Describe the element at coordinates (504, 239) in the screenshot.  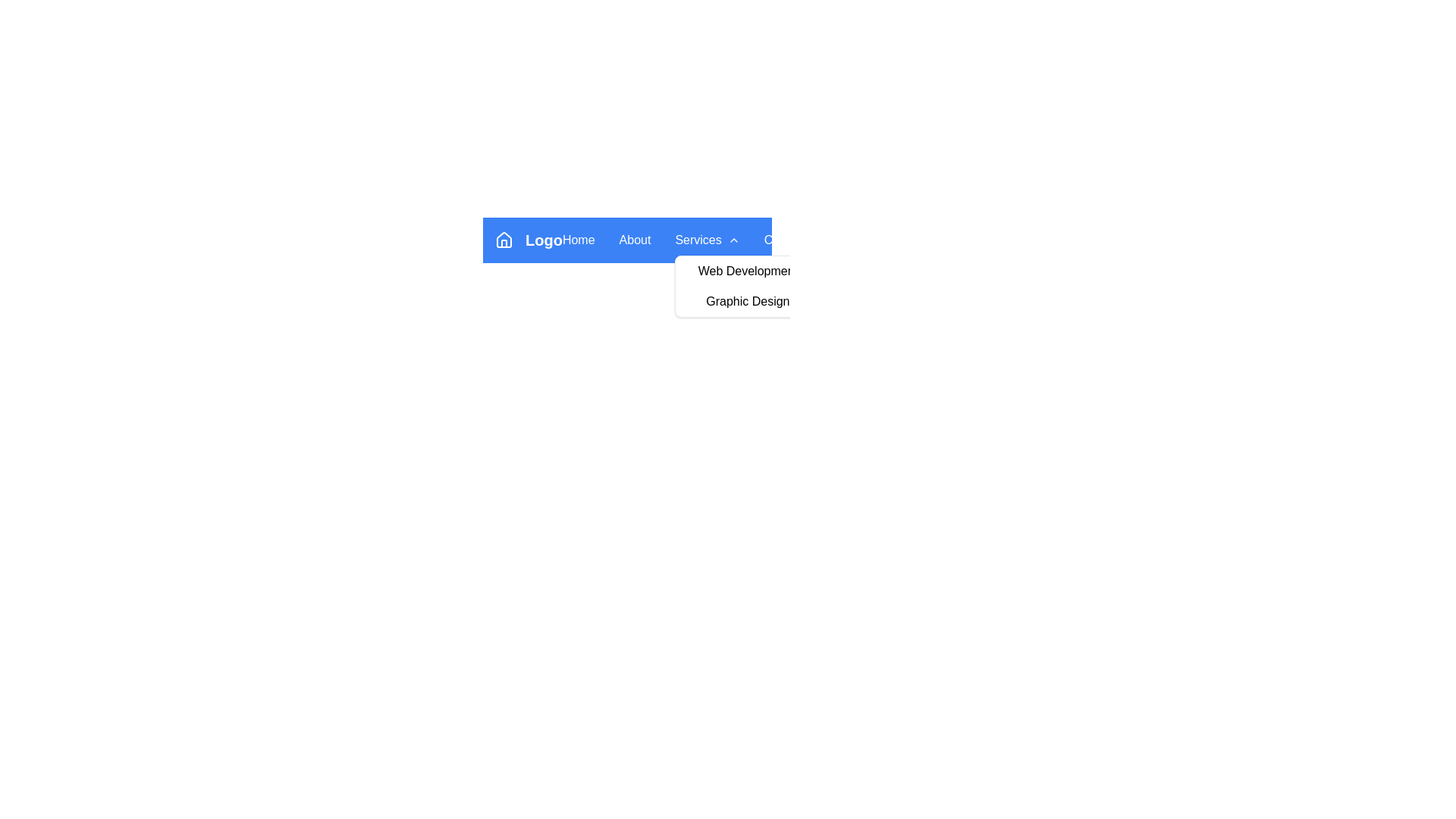
I see `the 'home' icon located on the leftmost side of the navigation bar` at that location.